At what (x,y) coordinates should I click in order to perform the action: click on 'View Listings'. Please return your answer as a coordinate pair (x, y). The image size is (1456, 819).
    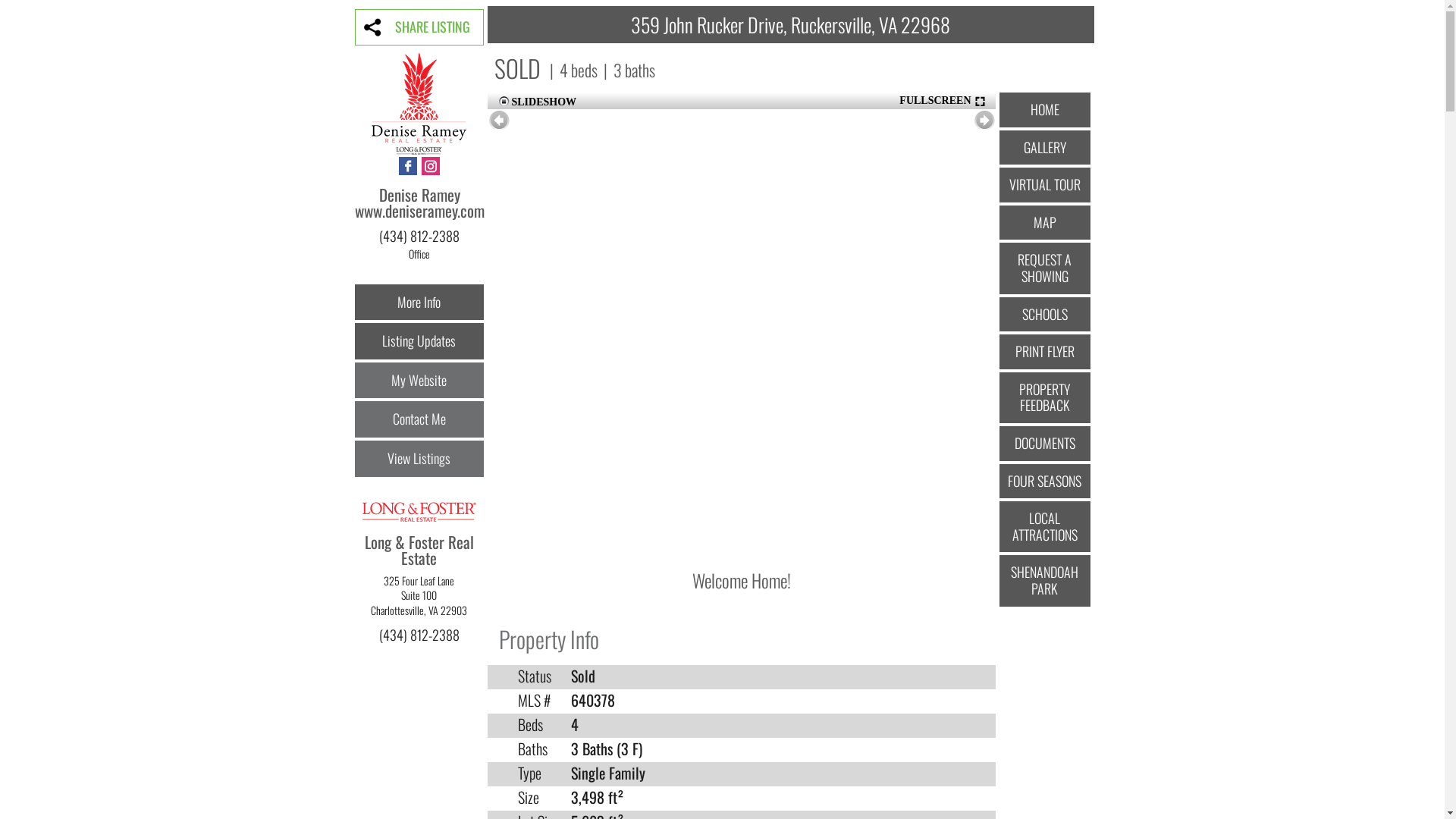
    Looking at the image, I should click on (419, 458).